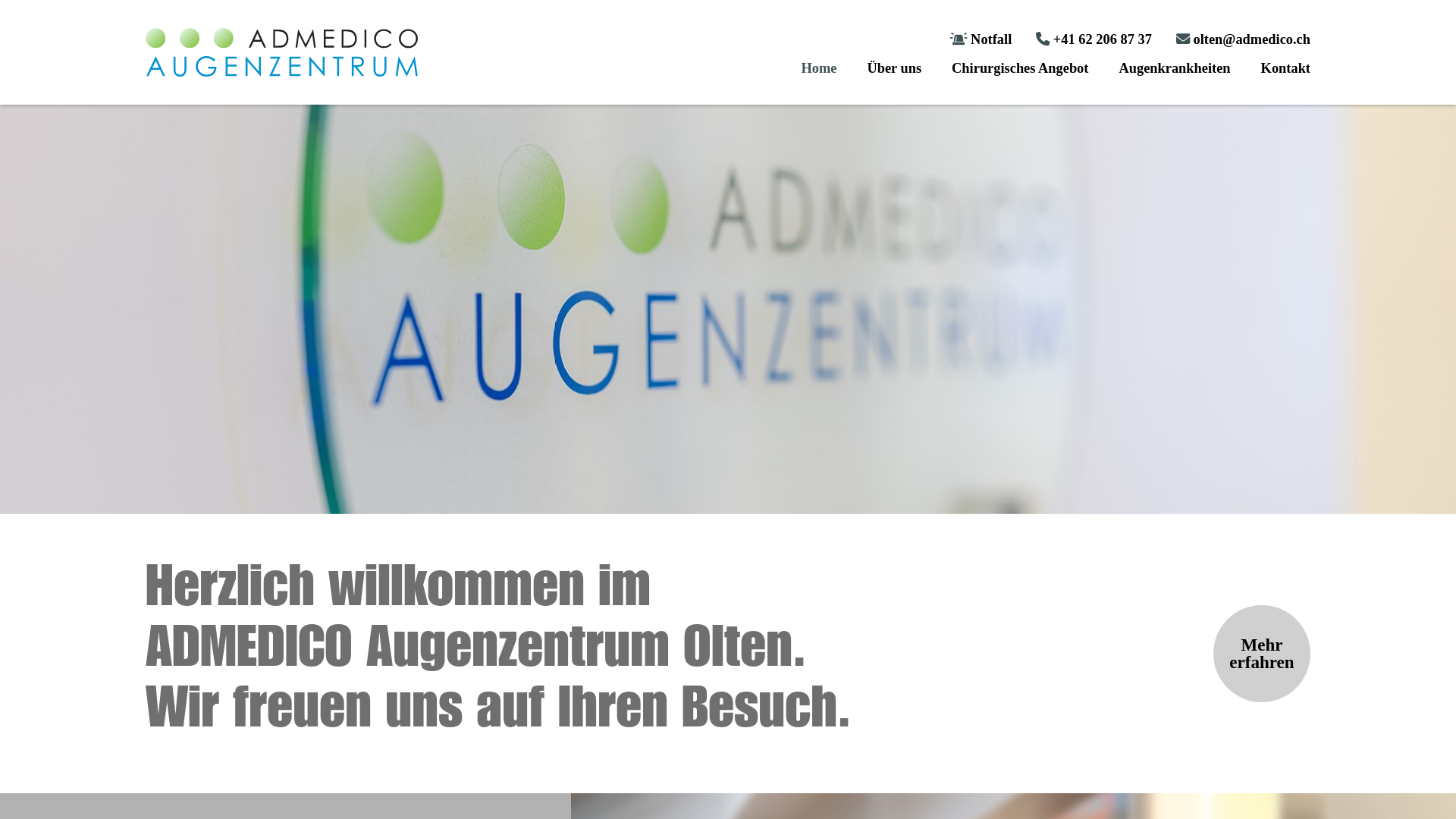  What do you see at coordinates (1173, 67) in the screenshot?
I see `'Augenkrankheiten'` at bounding box center [1173, 67].